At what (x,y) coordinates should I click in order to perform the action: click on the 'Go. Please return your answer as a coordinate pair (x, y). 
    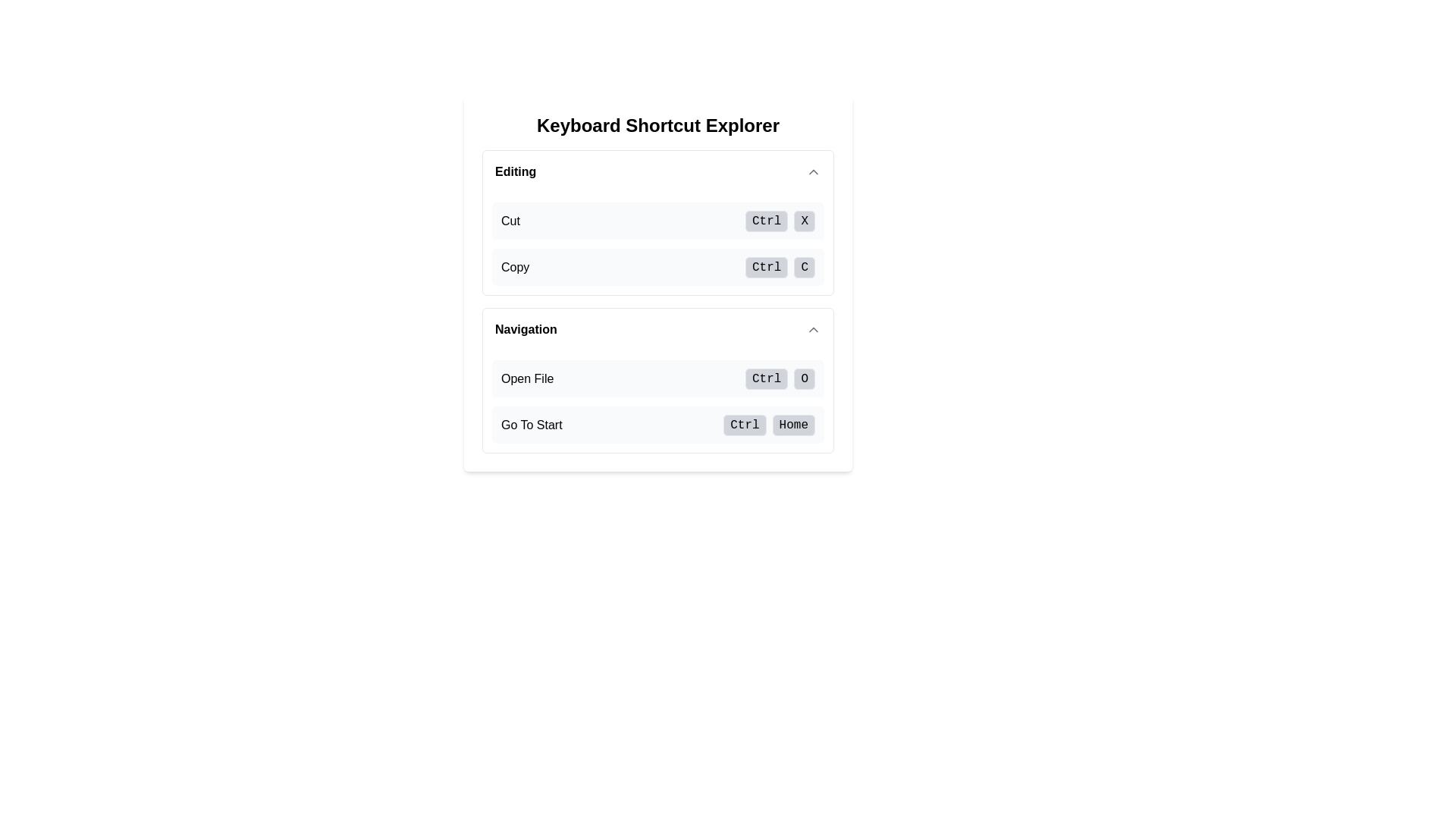
    Looking at the image, I should click on (769, 425).